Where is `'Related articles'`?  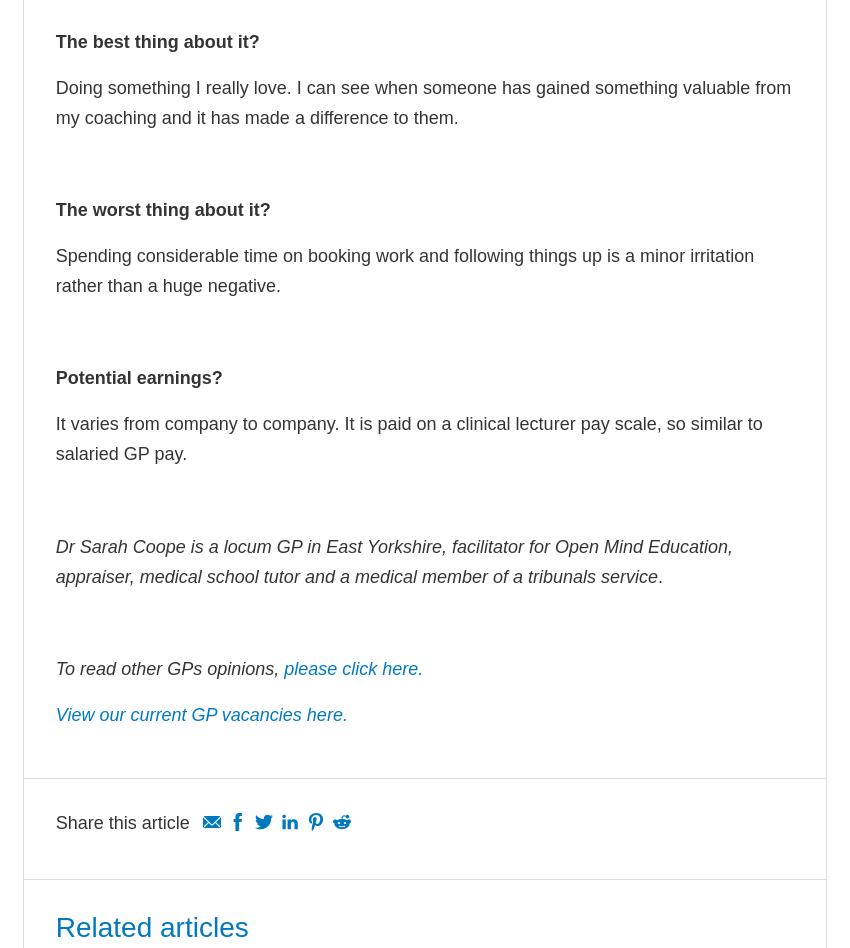
'Related articles' is located at coordinates (151, 925).